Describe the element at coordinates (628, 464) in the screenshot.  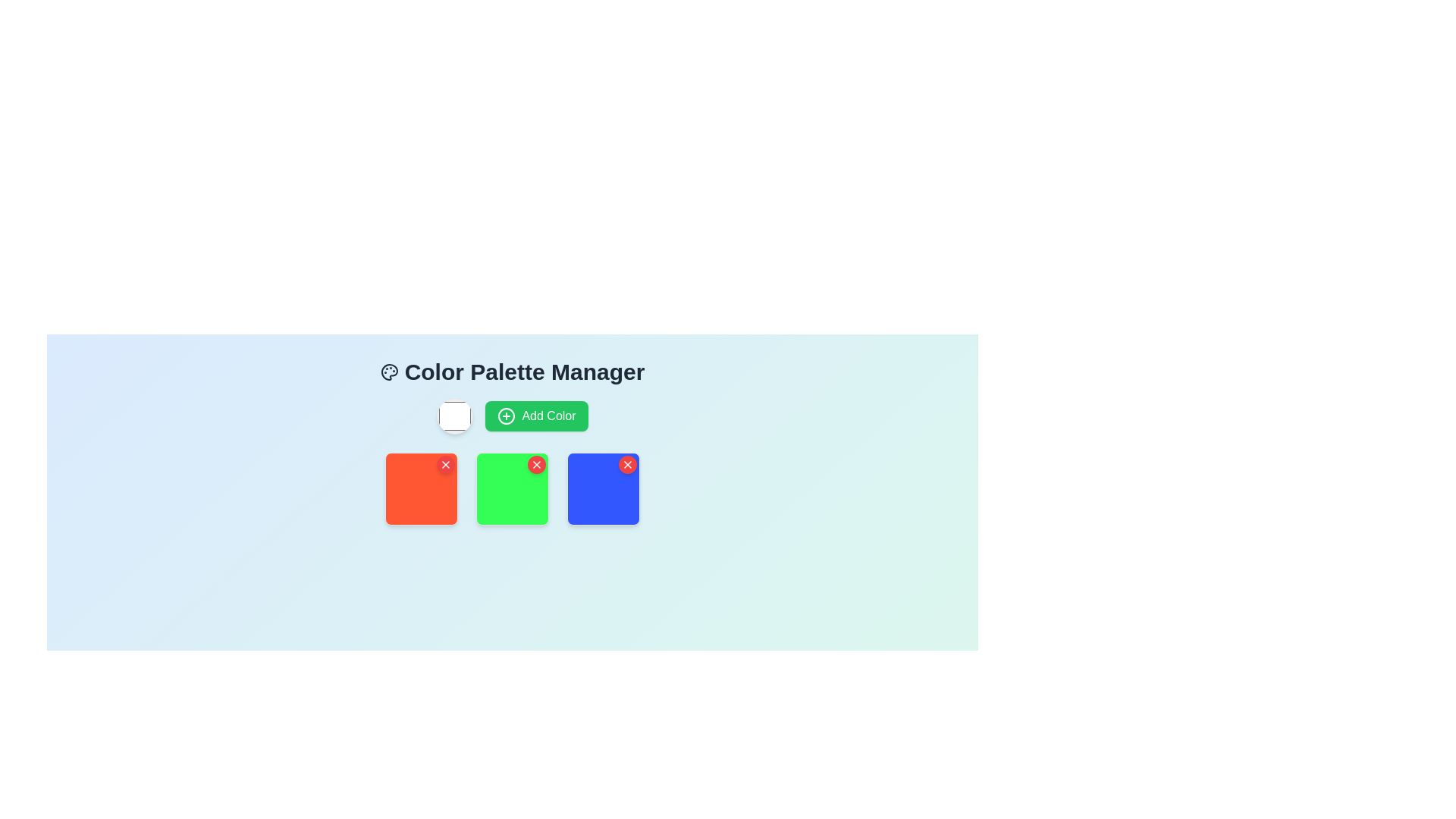
I see `the close button located in the top-right corner of the blue square box, which is the third among a row of three colored square boxes` at that location.